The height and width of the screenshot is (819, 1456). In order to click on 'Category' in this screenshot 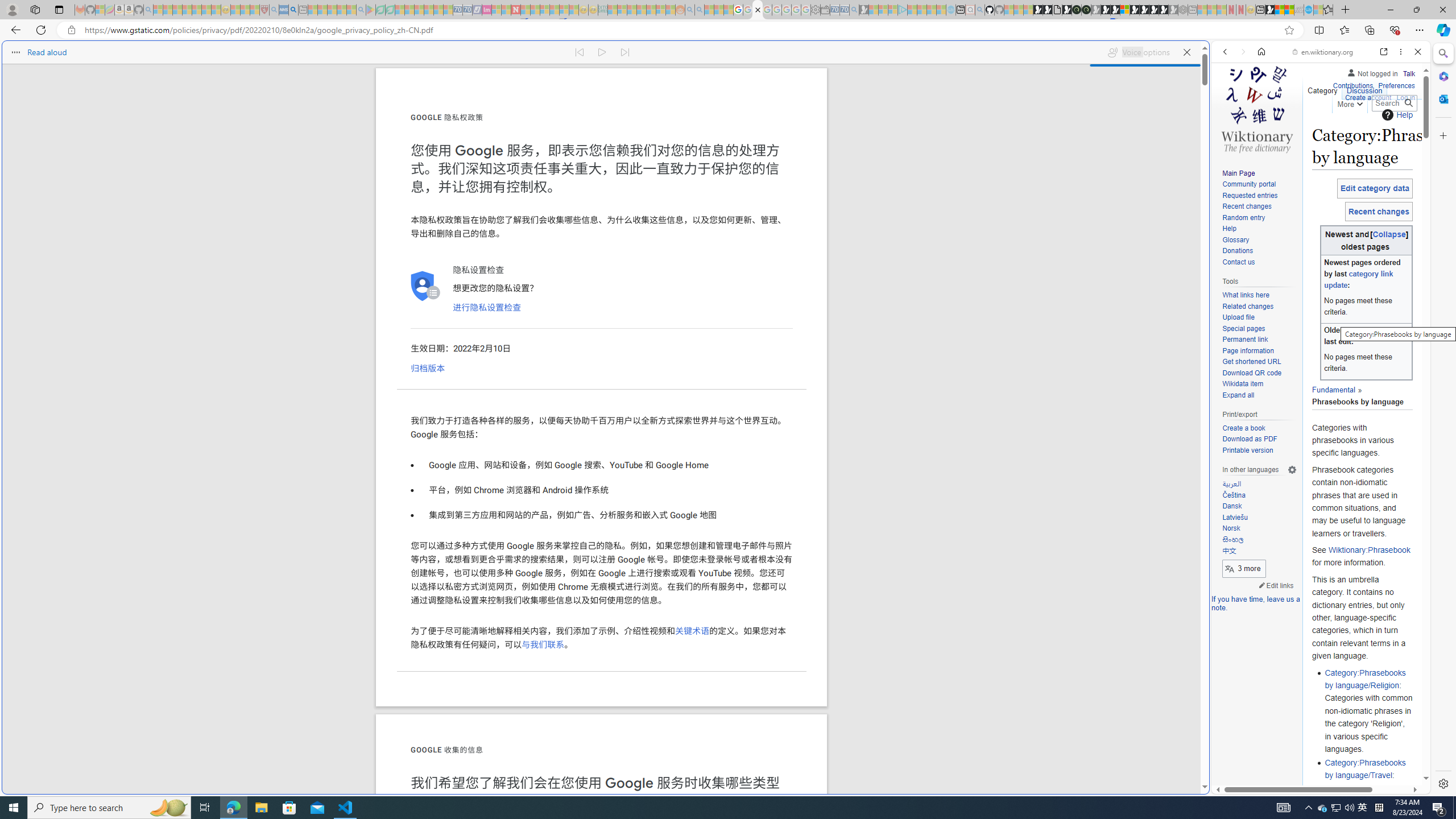, I will do `click(1322, 88)`.